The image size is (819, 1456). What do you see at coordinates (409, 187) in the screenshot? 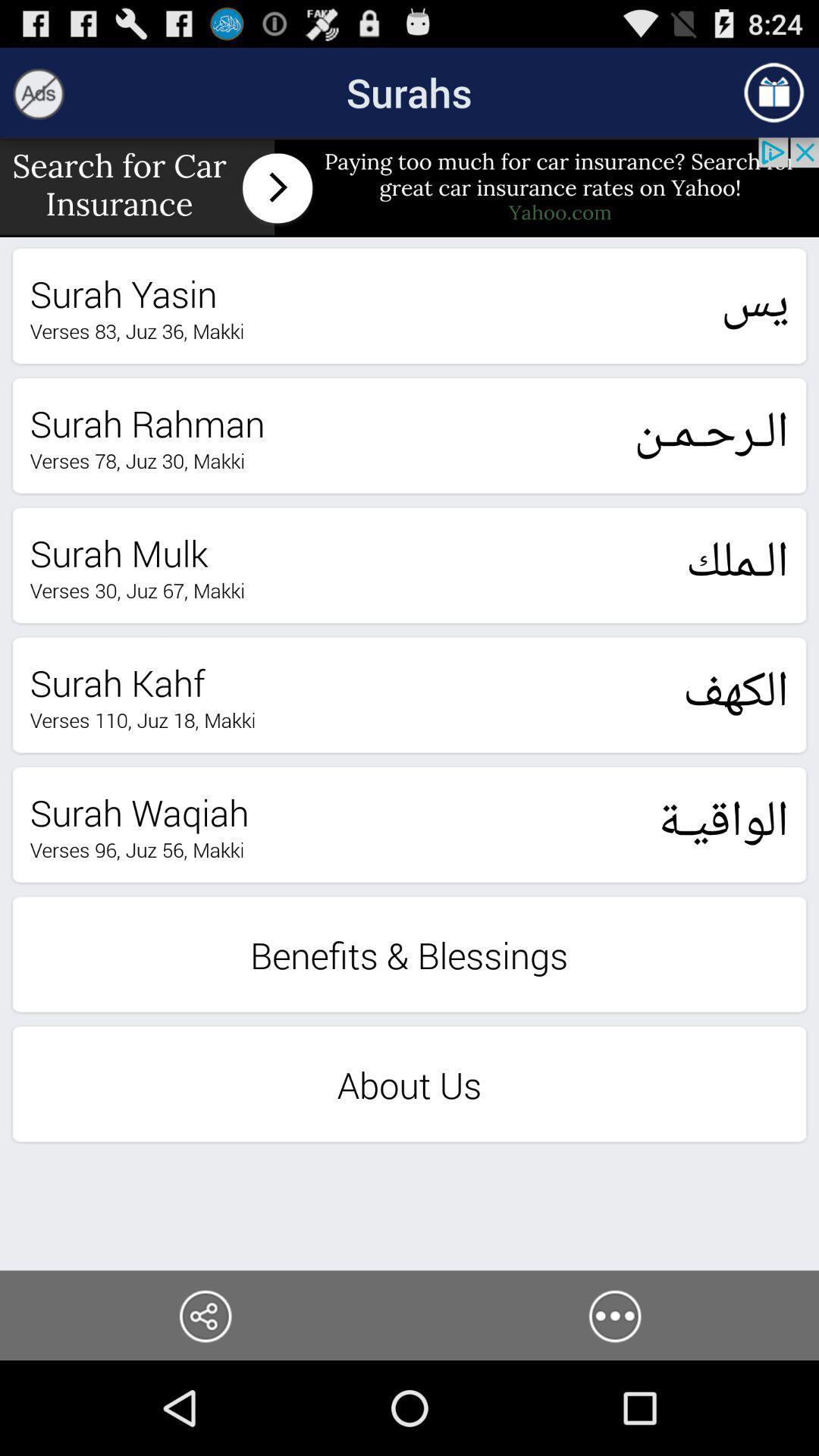
I see `banner` at bounding box center [409, 187].